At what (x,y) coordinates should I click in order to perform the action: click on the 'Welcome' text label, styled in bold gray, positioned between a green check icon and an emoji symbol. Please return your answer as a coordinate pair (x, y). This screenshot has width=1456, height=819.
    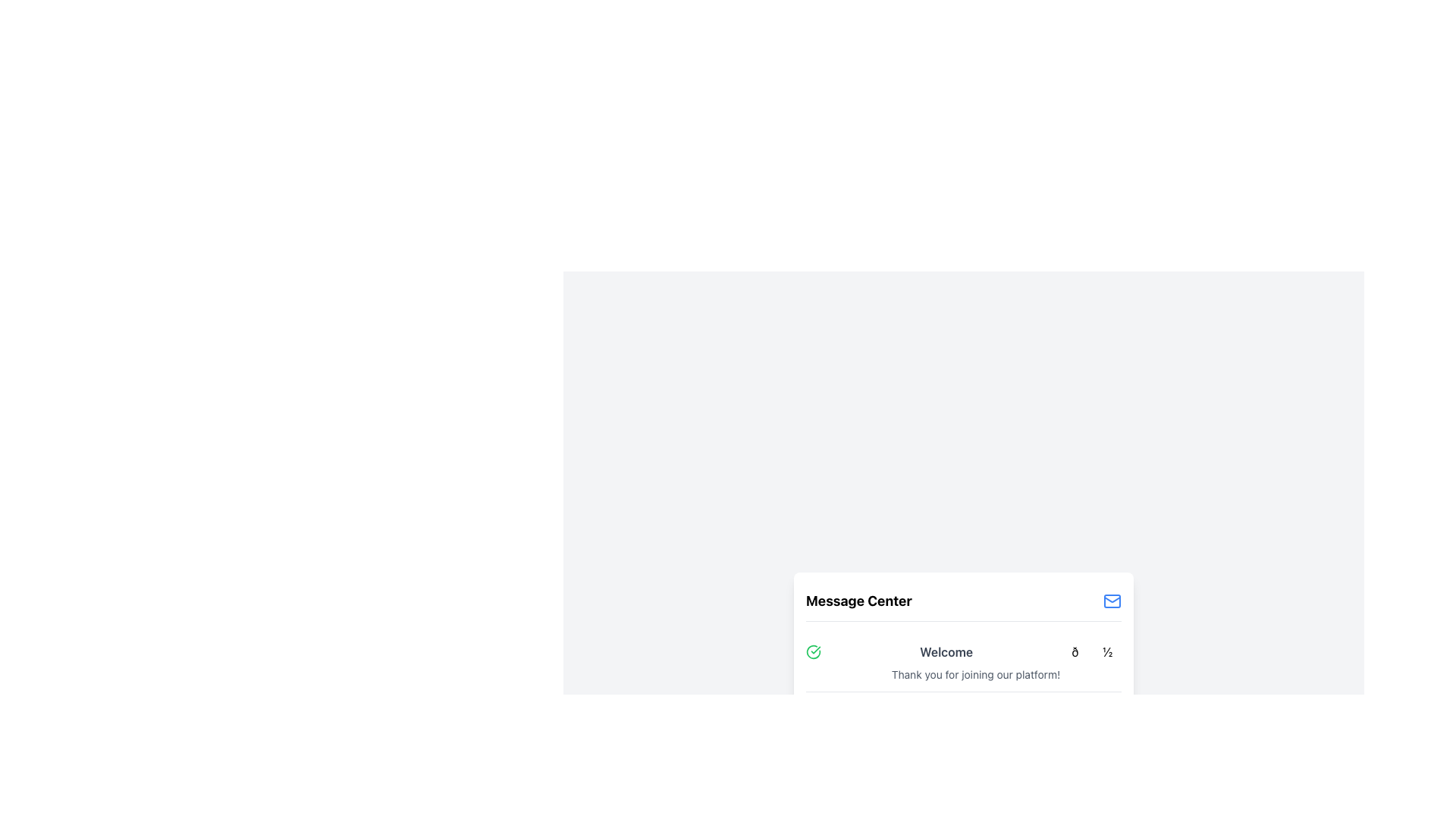
    Looking at the image, I should click on (963, 651).